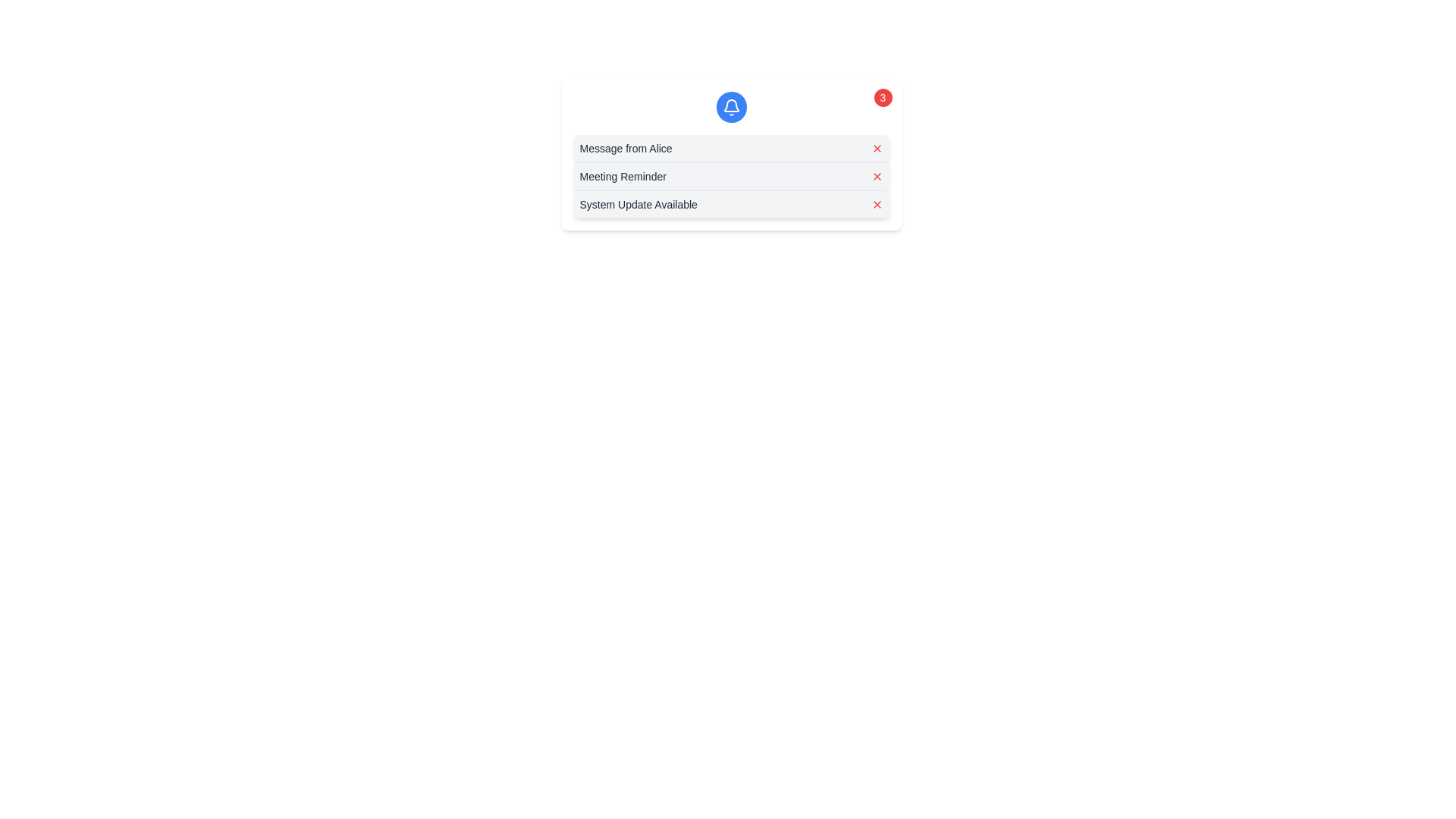  Describe the element at coordinates (877, 203) in the screenshot. I see `the red 'X' close button on the right side of the 'System Update Available' notification` at that location.